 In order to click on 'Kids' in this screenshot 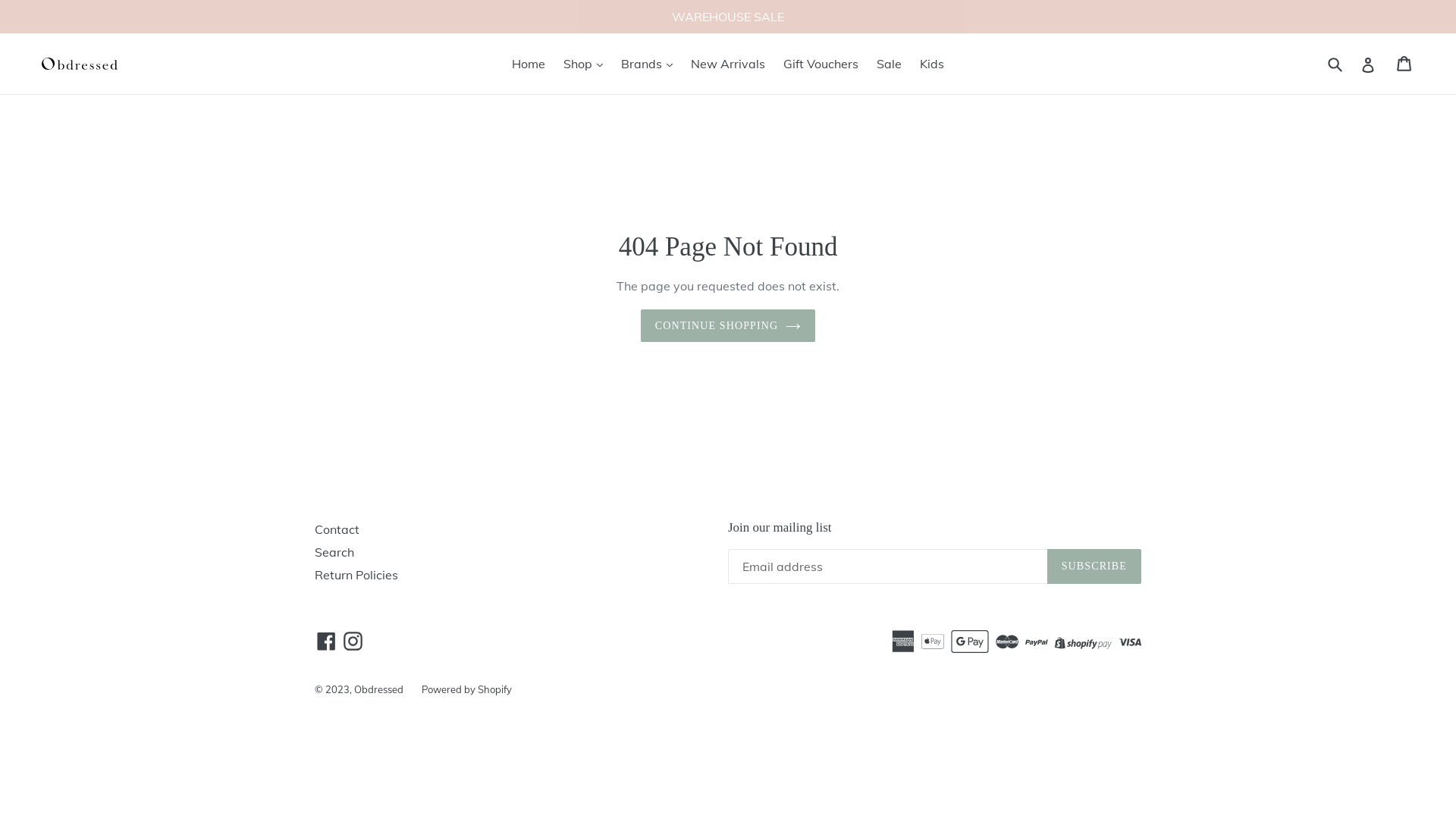, I will do `click(930, 63)`.